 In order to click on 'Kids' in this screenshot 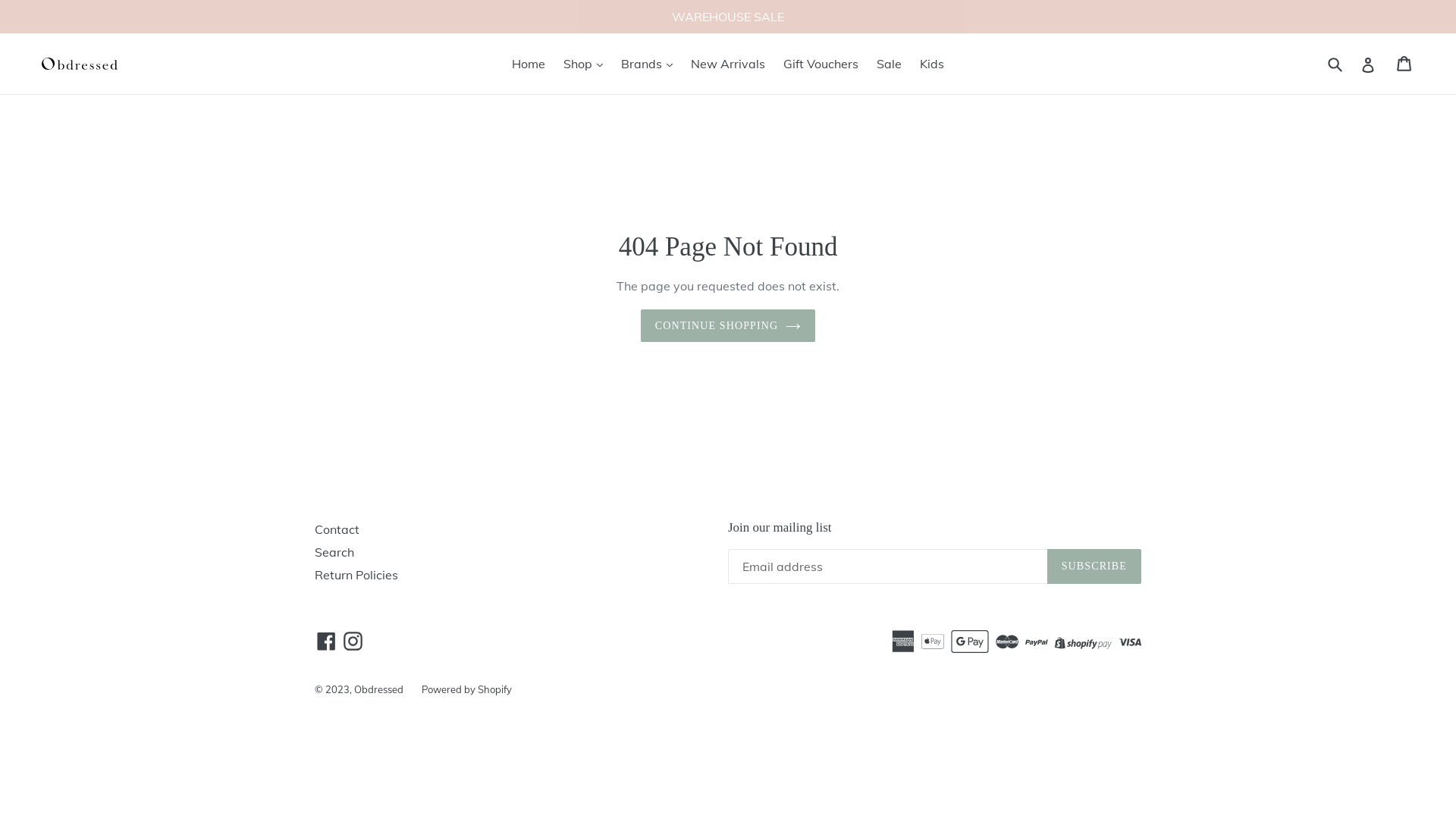, I will do `click(930, 63)`.